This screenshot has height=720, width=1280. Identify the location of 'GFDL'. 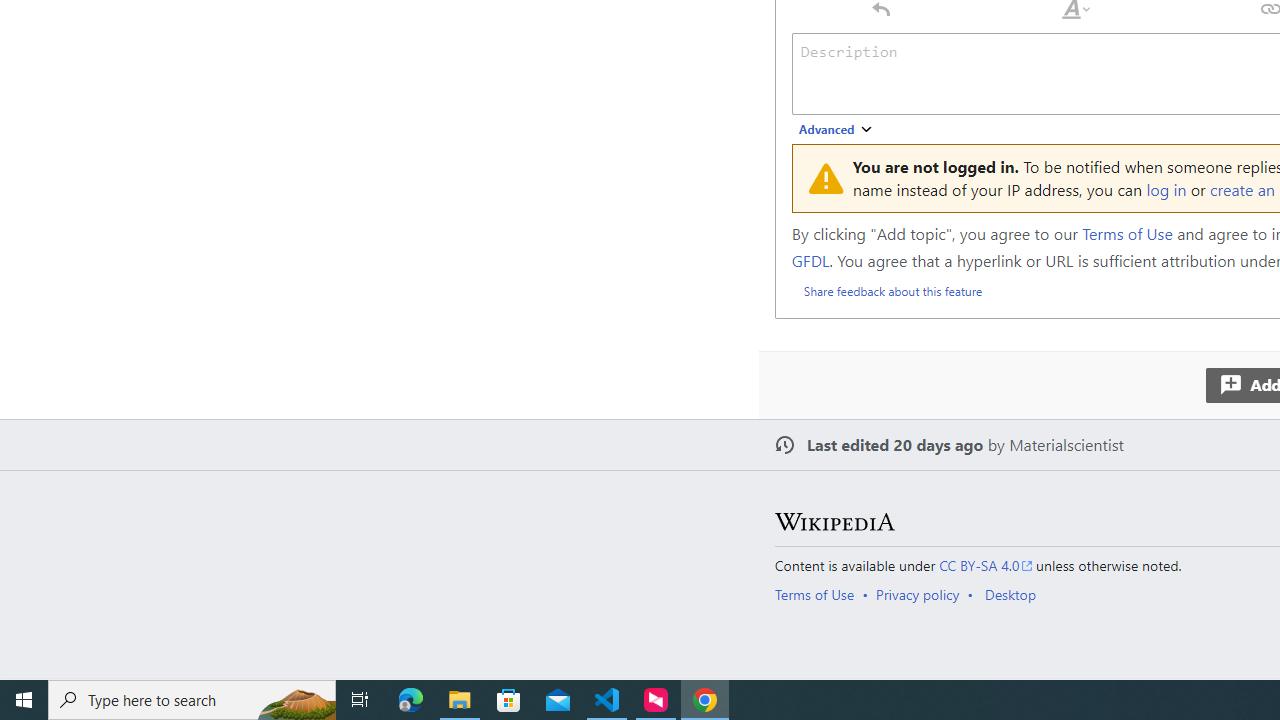
(810, 258).